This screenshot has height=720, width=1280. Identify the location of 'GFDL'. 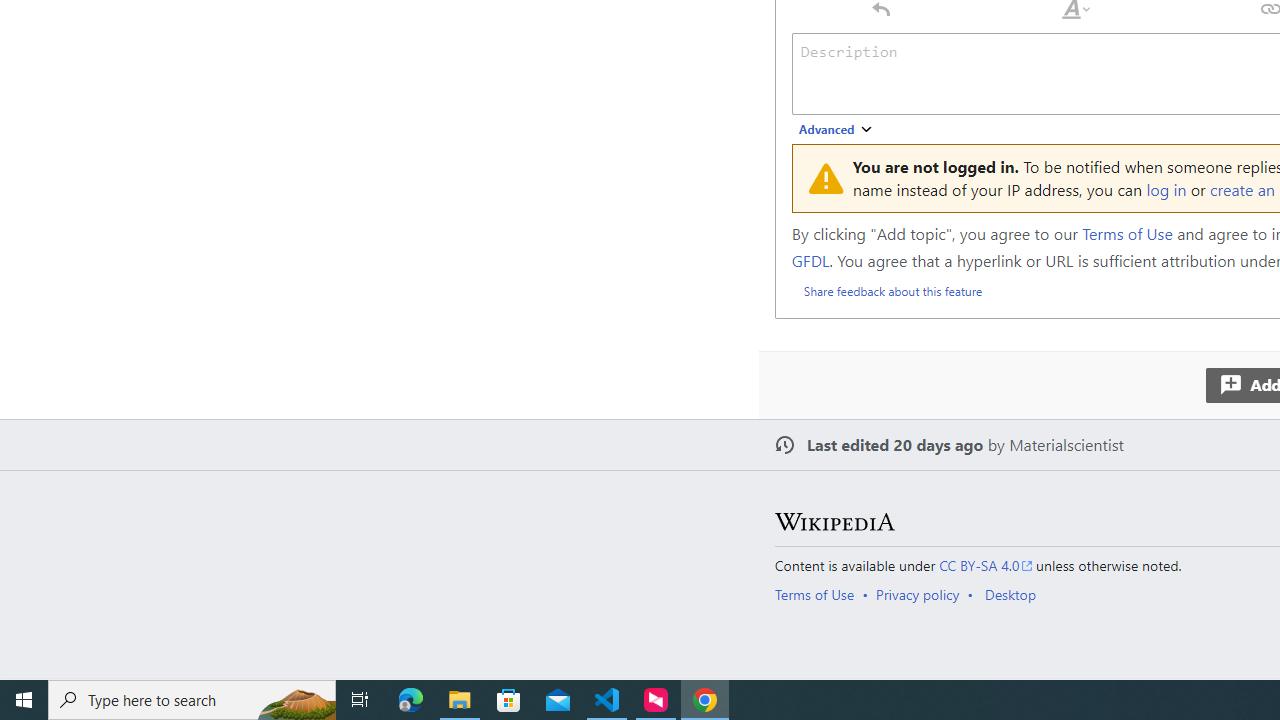
(810, 258).